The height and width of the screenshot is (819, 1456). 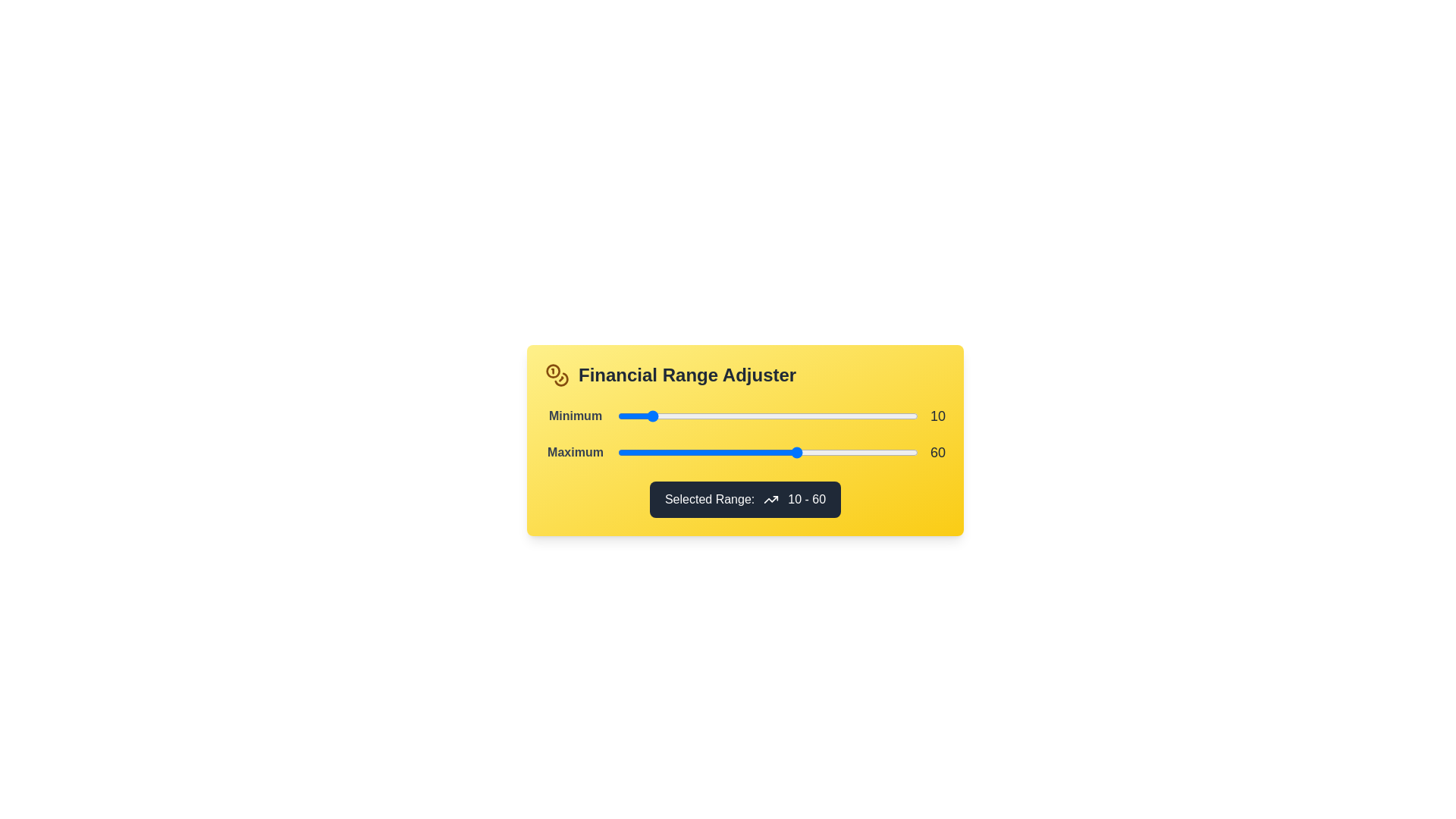 I want to click on the 'Maximum' range slider to 21, so click(x=679, y=452).